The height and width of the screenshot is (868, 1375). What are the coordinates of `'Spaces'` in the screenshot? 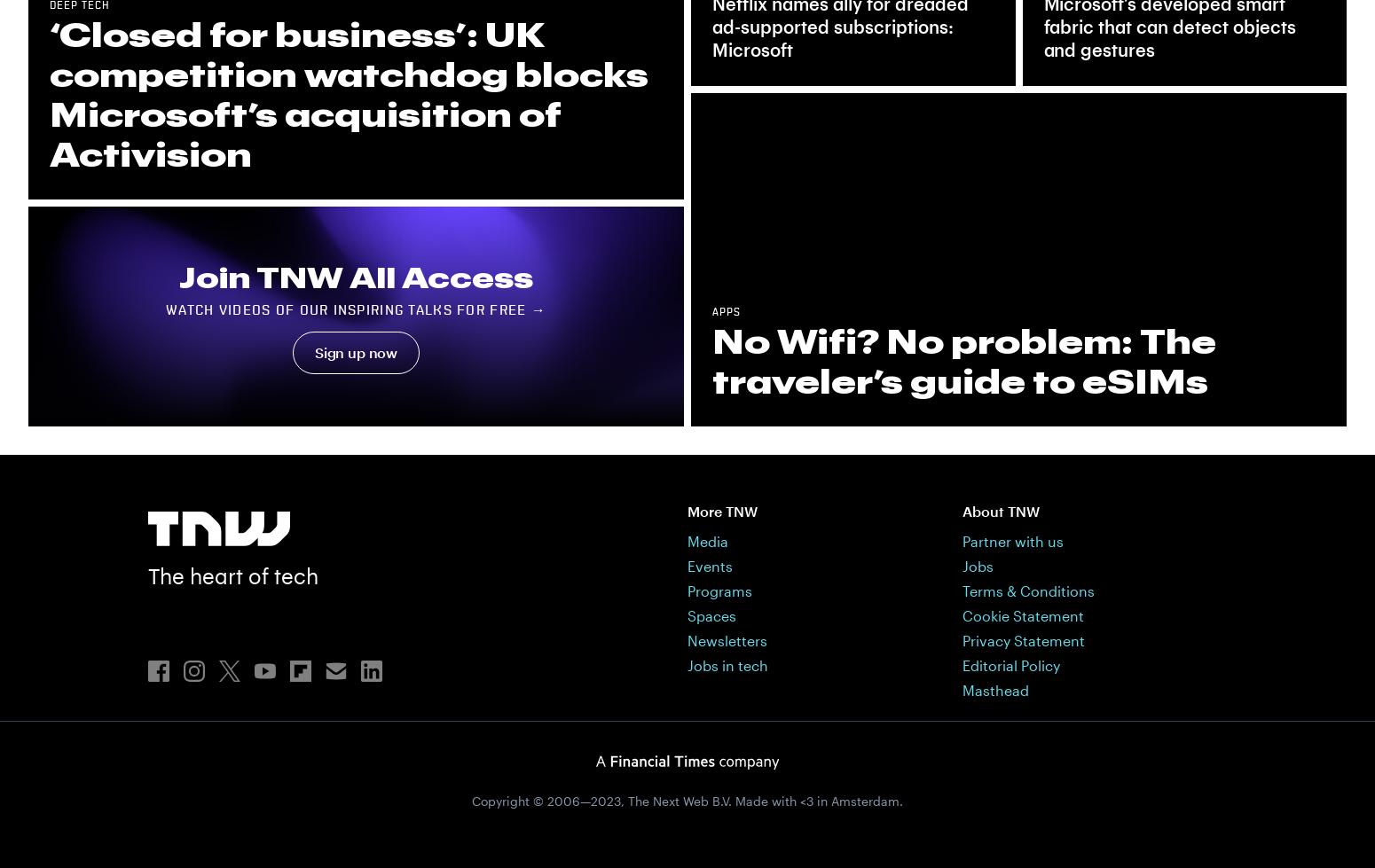 It's located at (711, 614).